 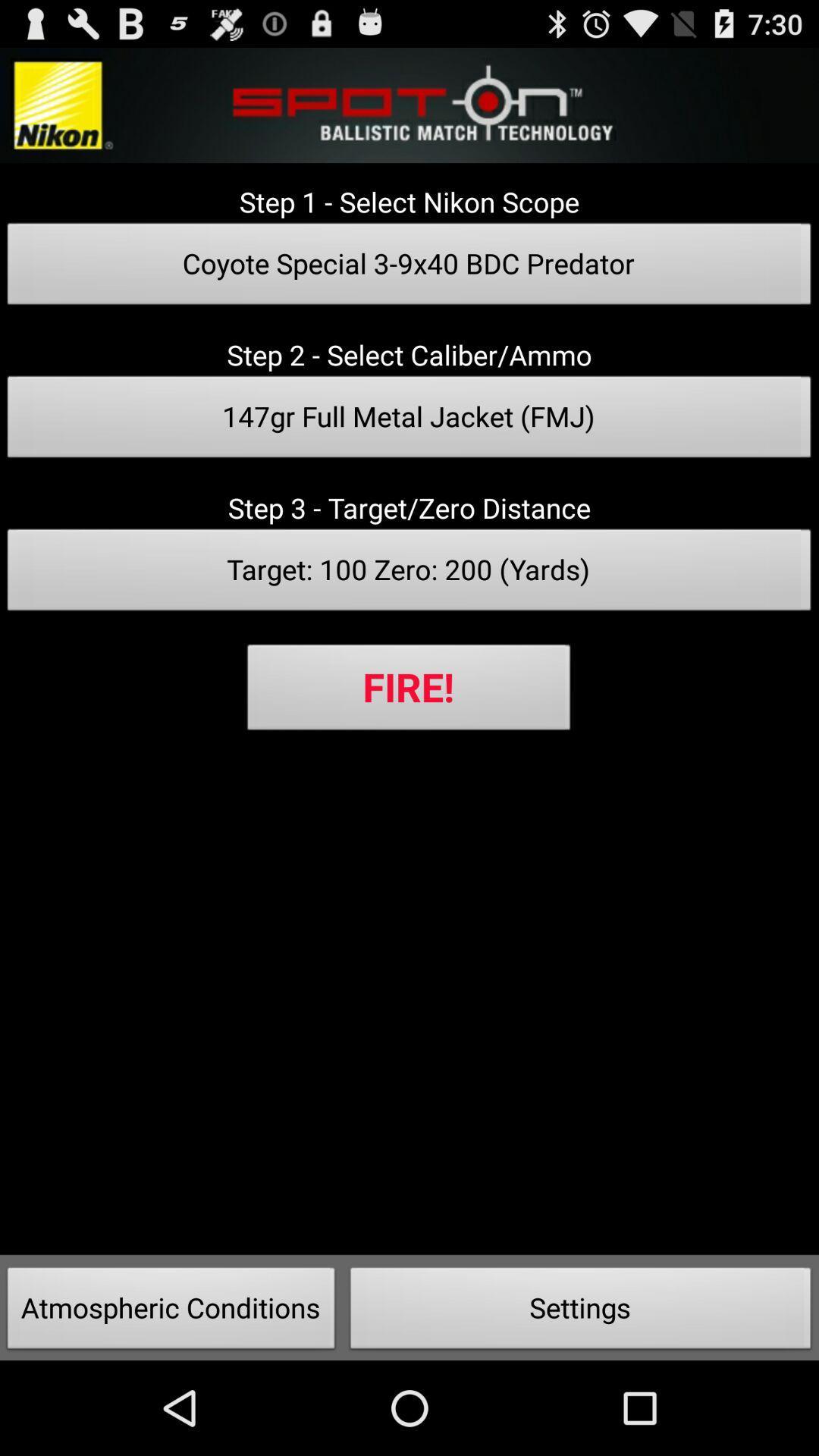 I want to click on the icon above fire! button, so click(x=409, y=573).